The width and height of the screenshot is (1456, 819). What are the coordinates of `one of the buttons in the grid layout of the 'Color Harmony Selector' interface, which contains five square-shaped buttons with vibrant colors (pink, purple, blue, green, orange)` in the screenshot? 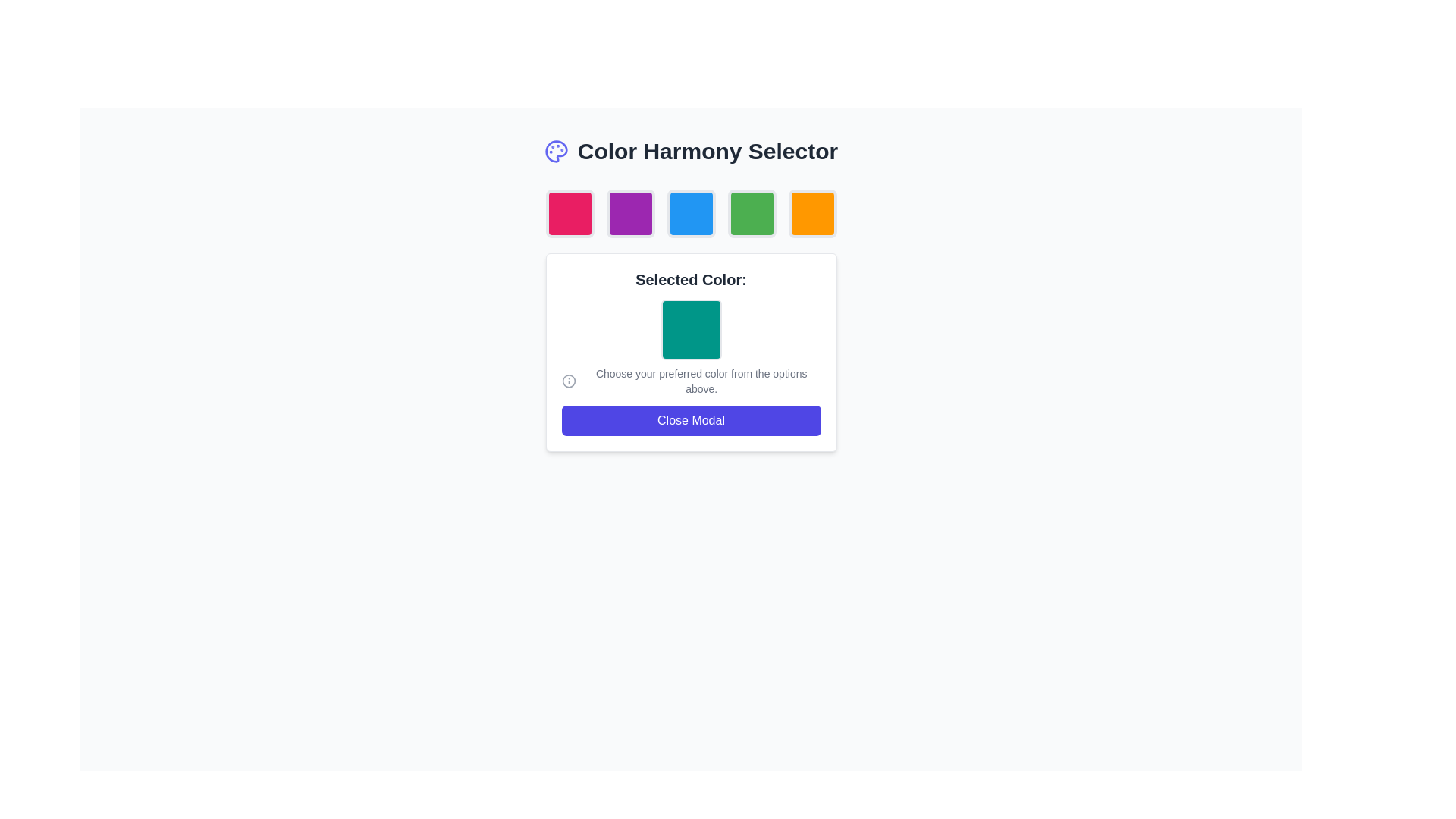 It's located at (690, 213).